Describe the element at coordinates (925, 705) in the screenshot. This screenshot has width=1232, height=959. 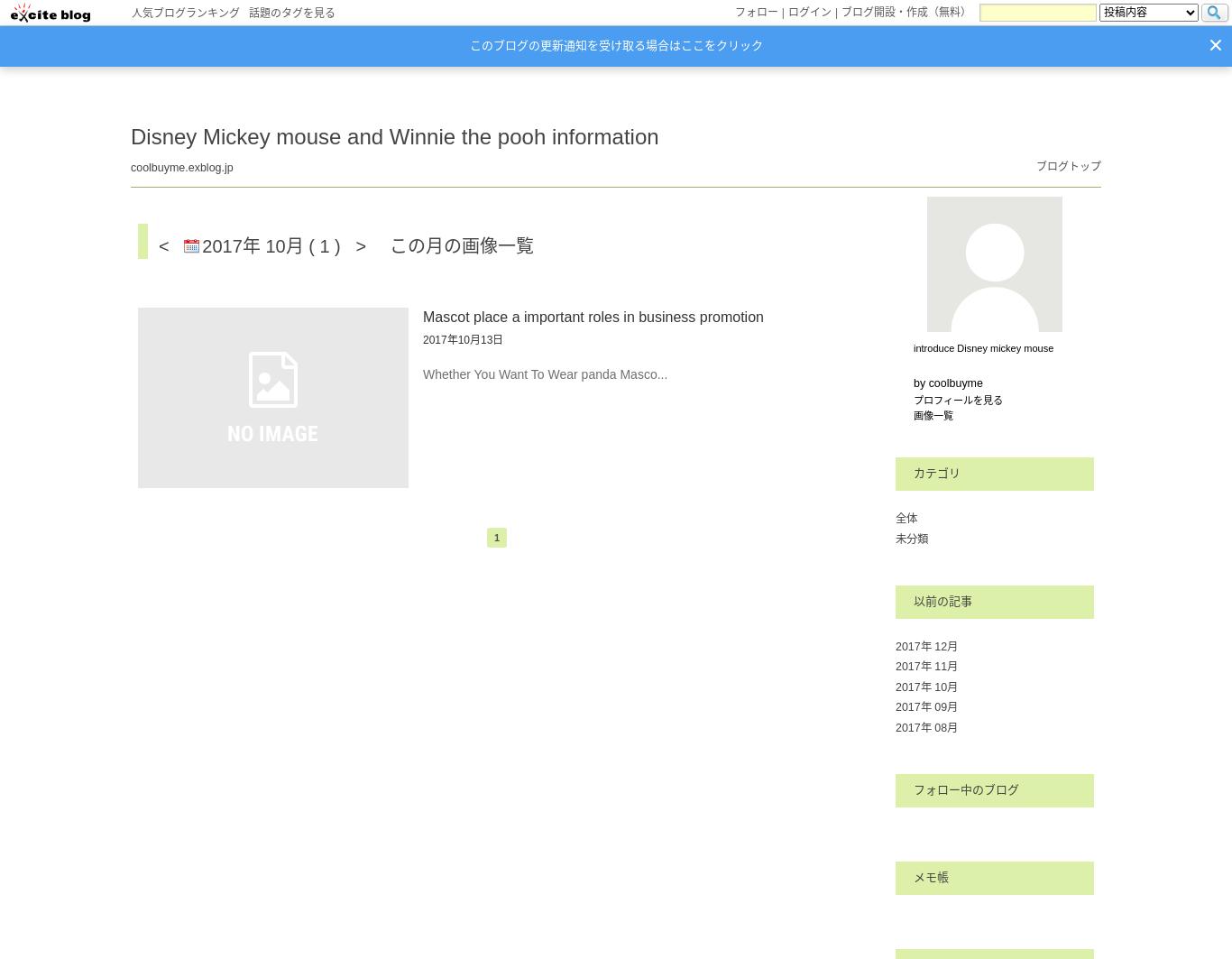
I see `'2017年 09月'` at that location.